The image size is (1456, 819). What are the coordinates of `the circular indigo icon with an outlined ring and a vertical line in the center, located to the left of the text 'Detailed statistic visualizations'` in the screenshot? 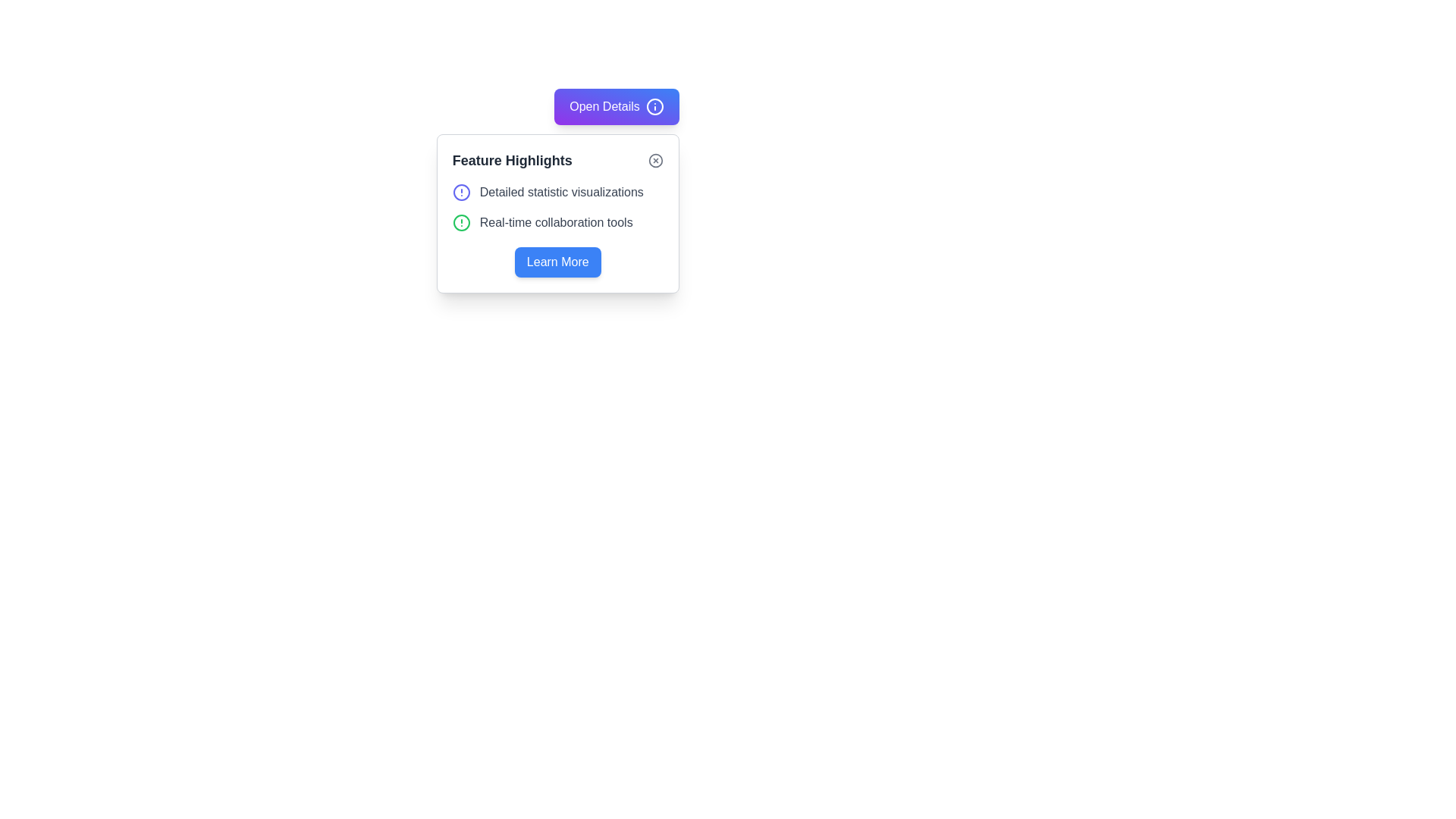 It's located at (460, 192).